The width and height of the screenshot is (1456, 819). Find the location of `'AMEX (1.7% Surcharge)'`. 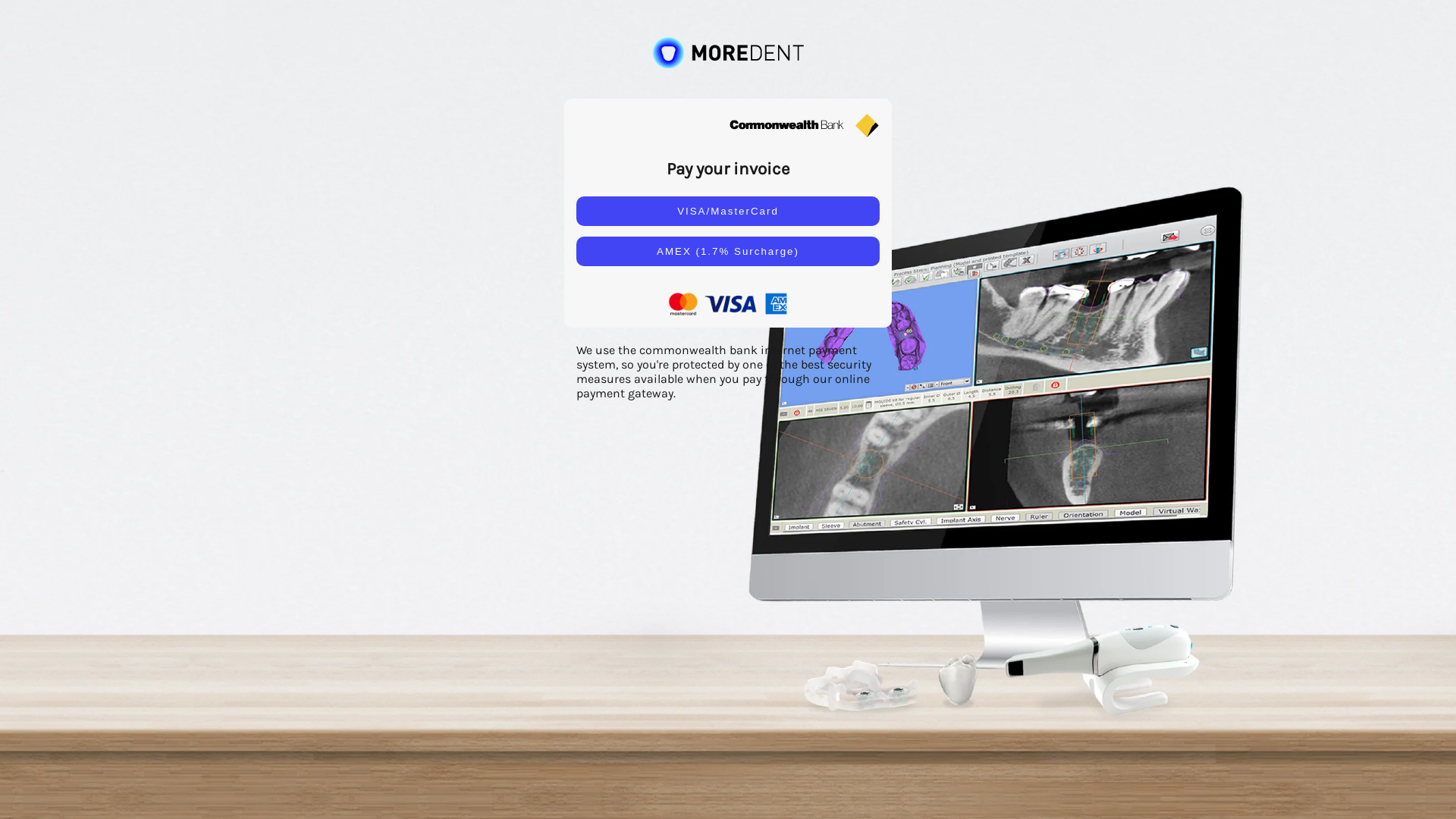

'AMEX (1.7% Surcharge)' is located at coordinates (728, 250).